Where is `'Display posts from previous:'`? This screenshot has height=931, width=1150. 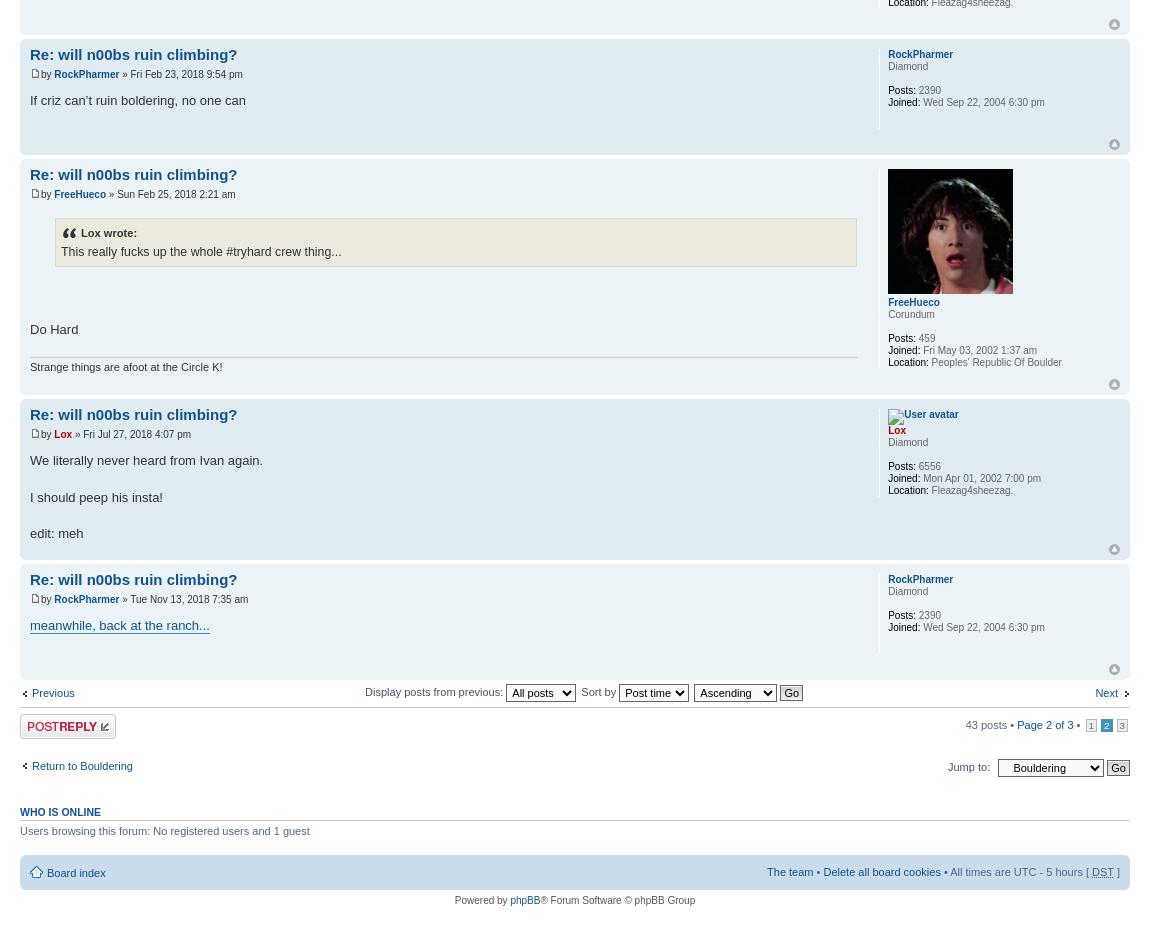
'Display posts from previous:' is located at coordinates (435, 691).